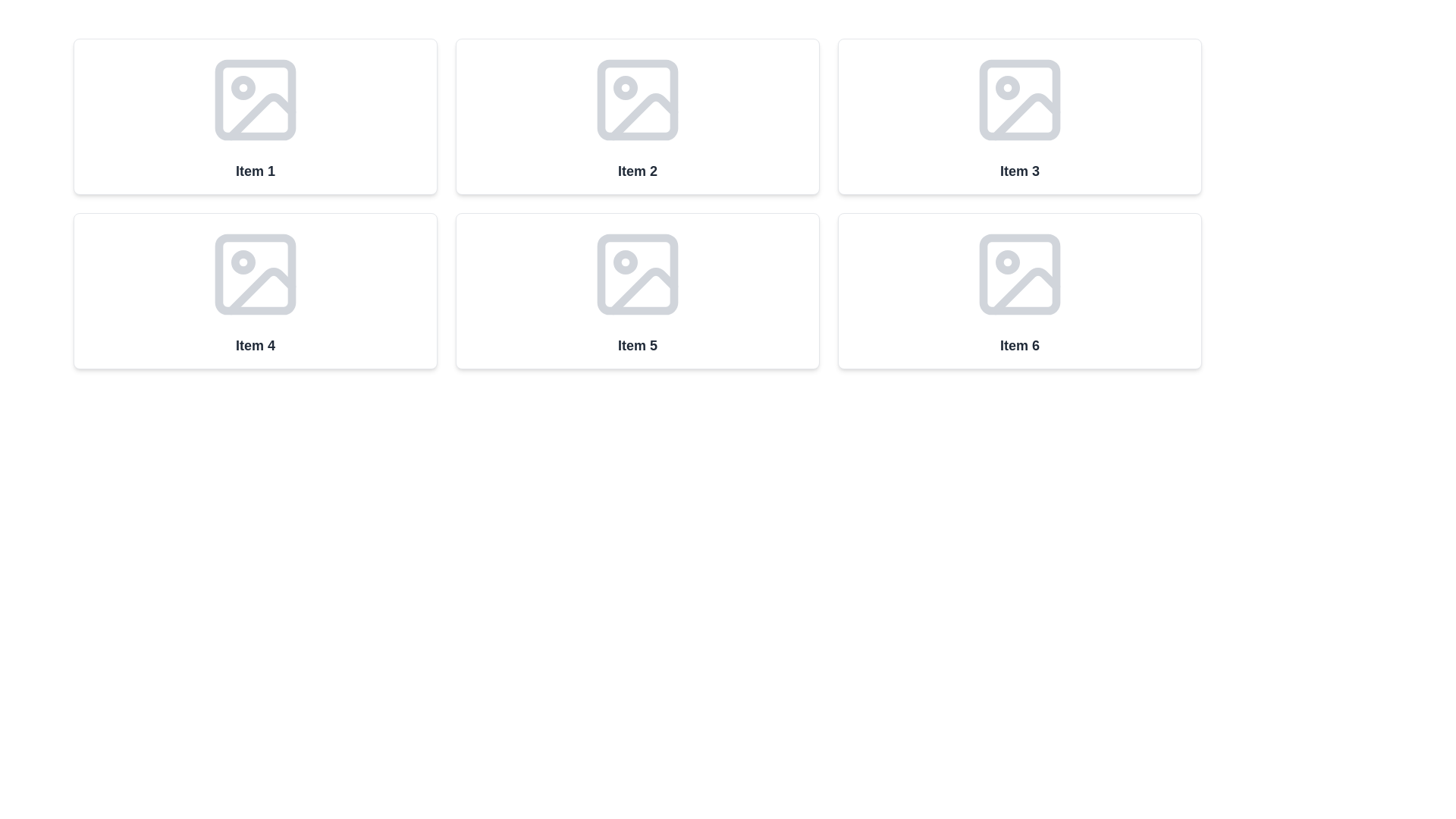 The width and height of the screenshot is (1456, 819). What do you see at coordinates (637, 291) in the screenshot?
I see `the card element displaying 'Item 5', which is a rectangular card with a white background and a grey placeholder image icon at the top` at bounding box center [637, 291].